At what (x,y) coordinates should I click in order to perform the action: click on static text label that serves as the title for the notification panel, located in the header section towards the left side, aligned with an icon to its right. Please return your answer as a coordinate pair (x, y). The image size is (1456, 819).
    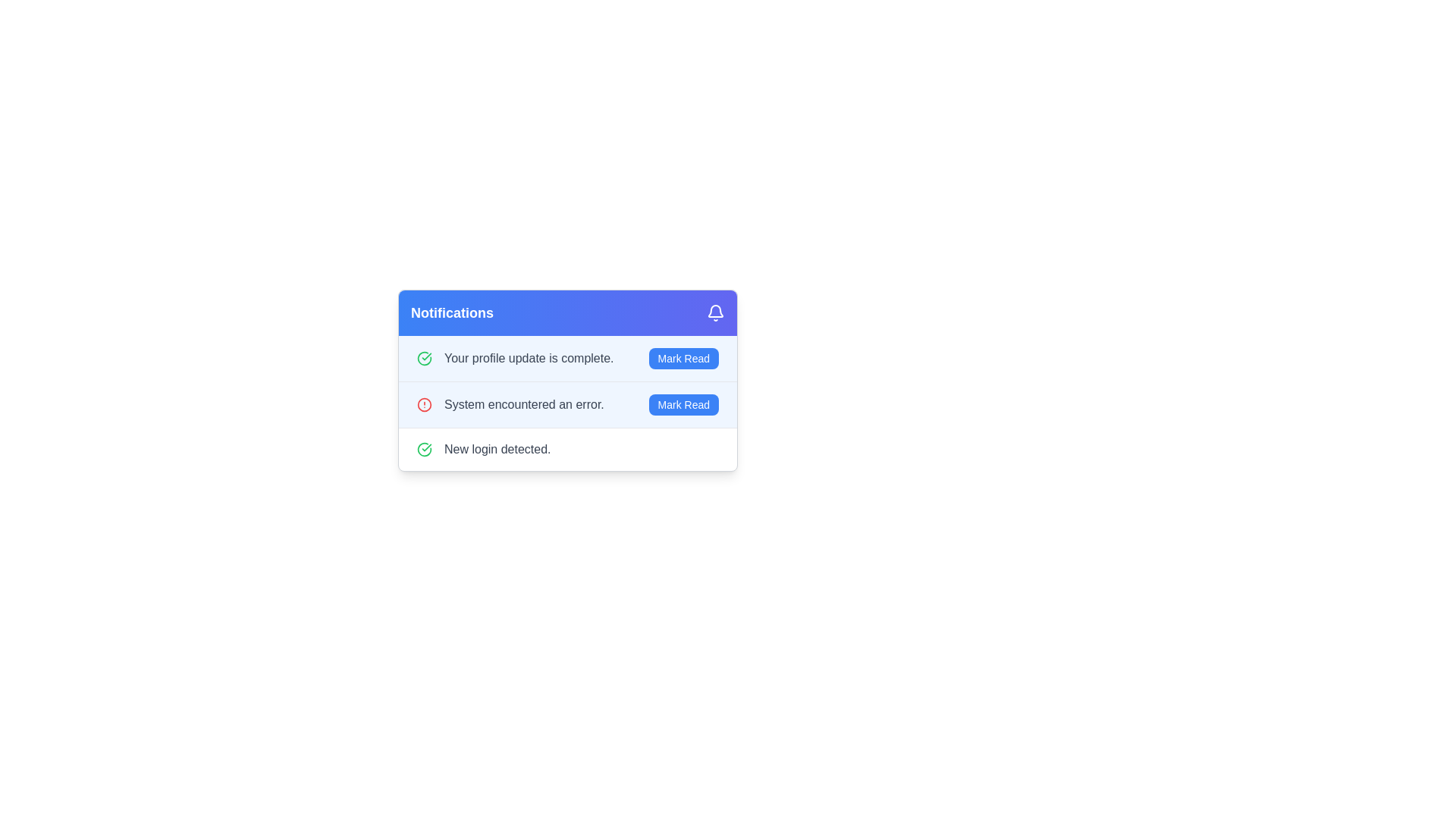
    Looking at the image, I should click on (451, 312).